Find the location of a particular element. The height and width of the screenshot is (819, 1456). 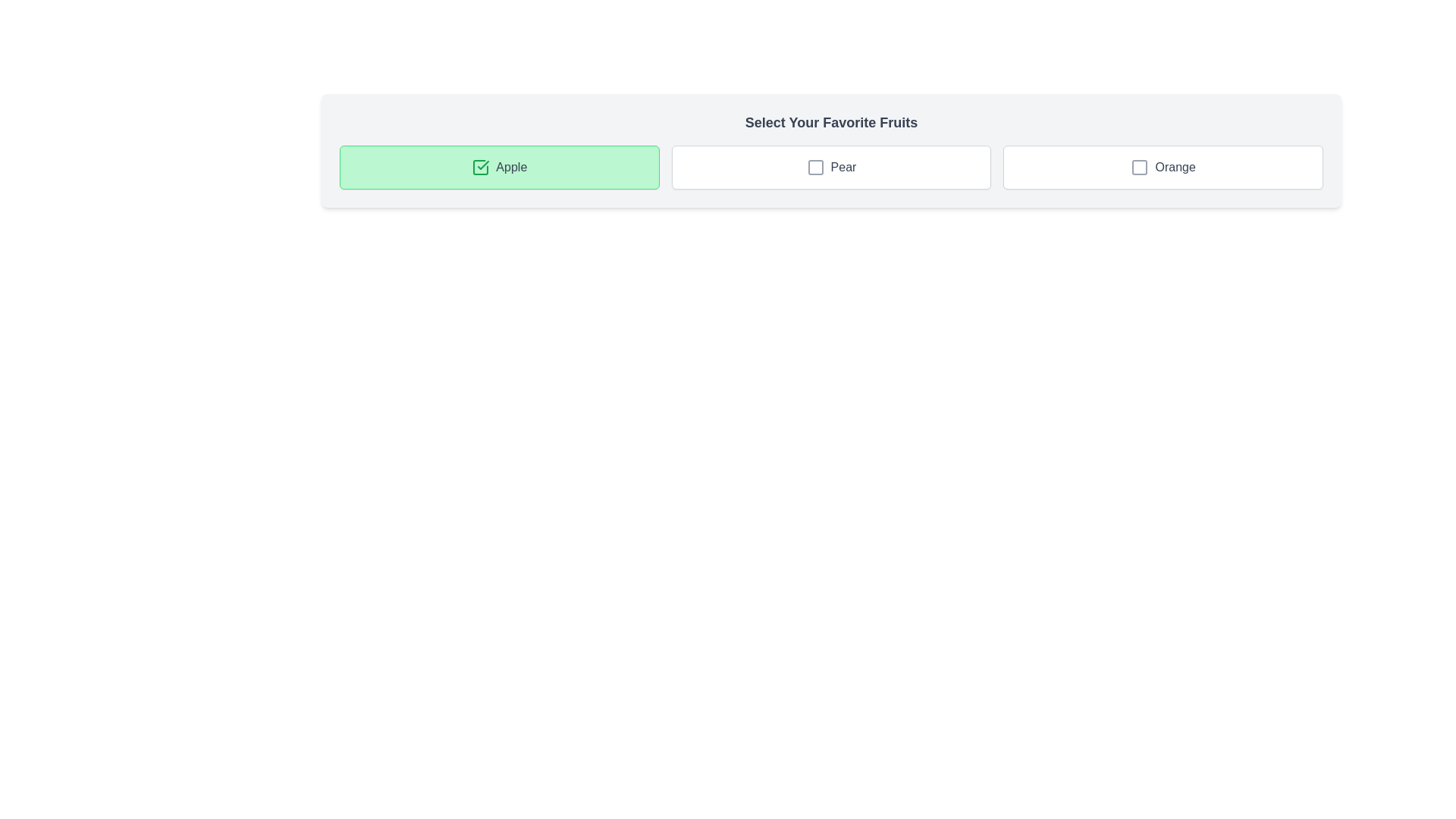

the checkbox with a square icon styled with a simple outline and rounded corners, located within the card labeled 'Orange' is located at coordinates (1140, 167).